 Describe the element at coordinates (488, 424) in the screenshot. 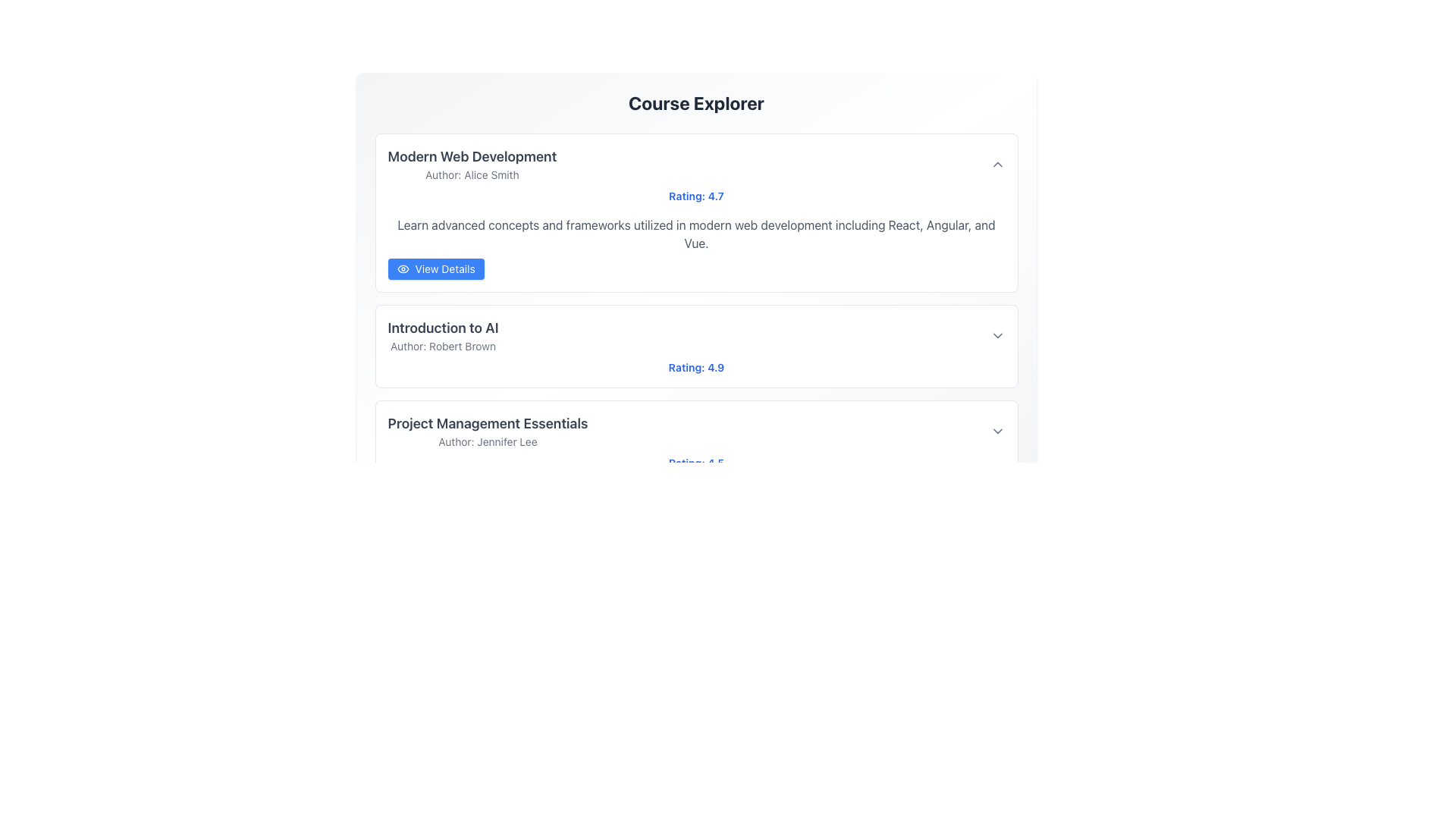

I see `the Text Label that serves as the title or header for the course description, located within a card structure above the author name 'Author: Jennifer Lee'` at that location.